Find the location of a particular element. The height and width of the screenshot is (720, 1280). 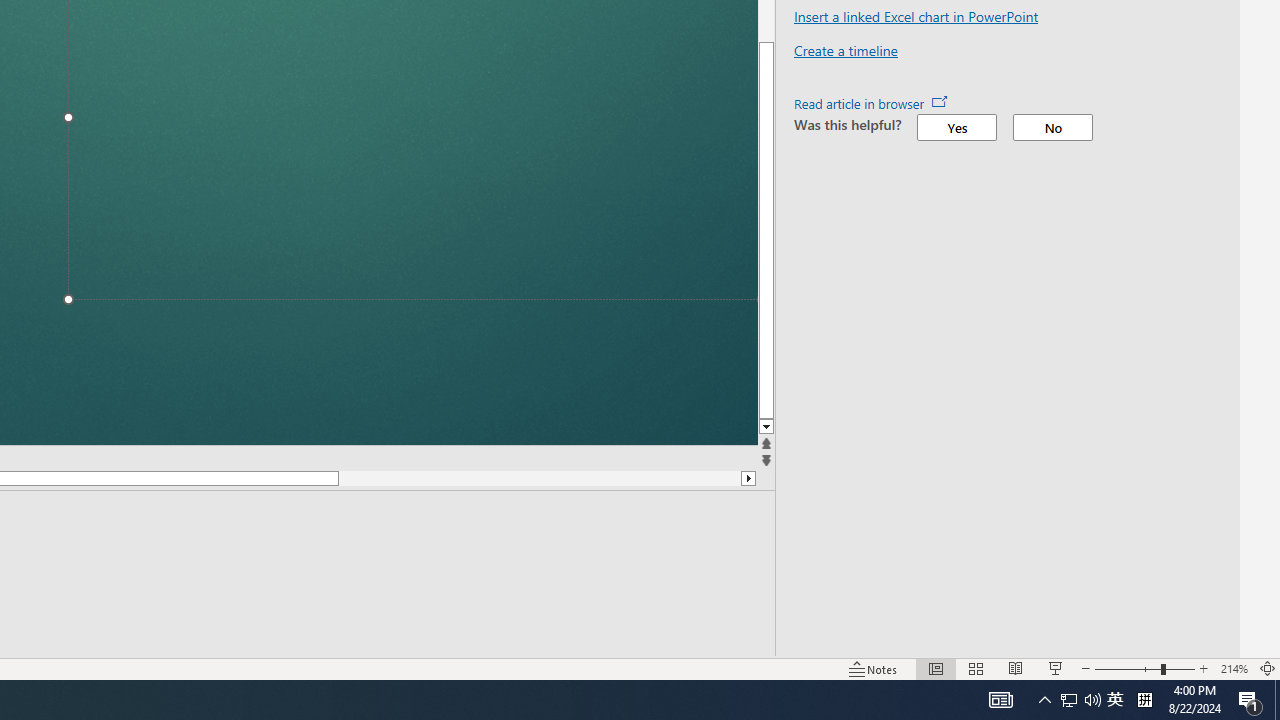

'Yes' is located at coordinates (955, 127).